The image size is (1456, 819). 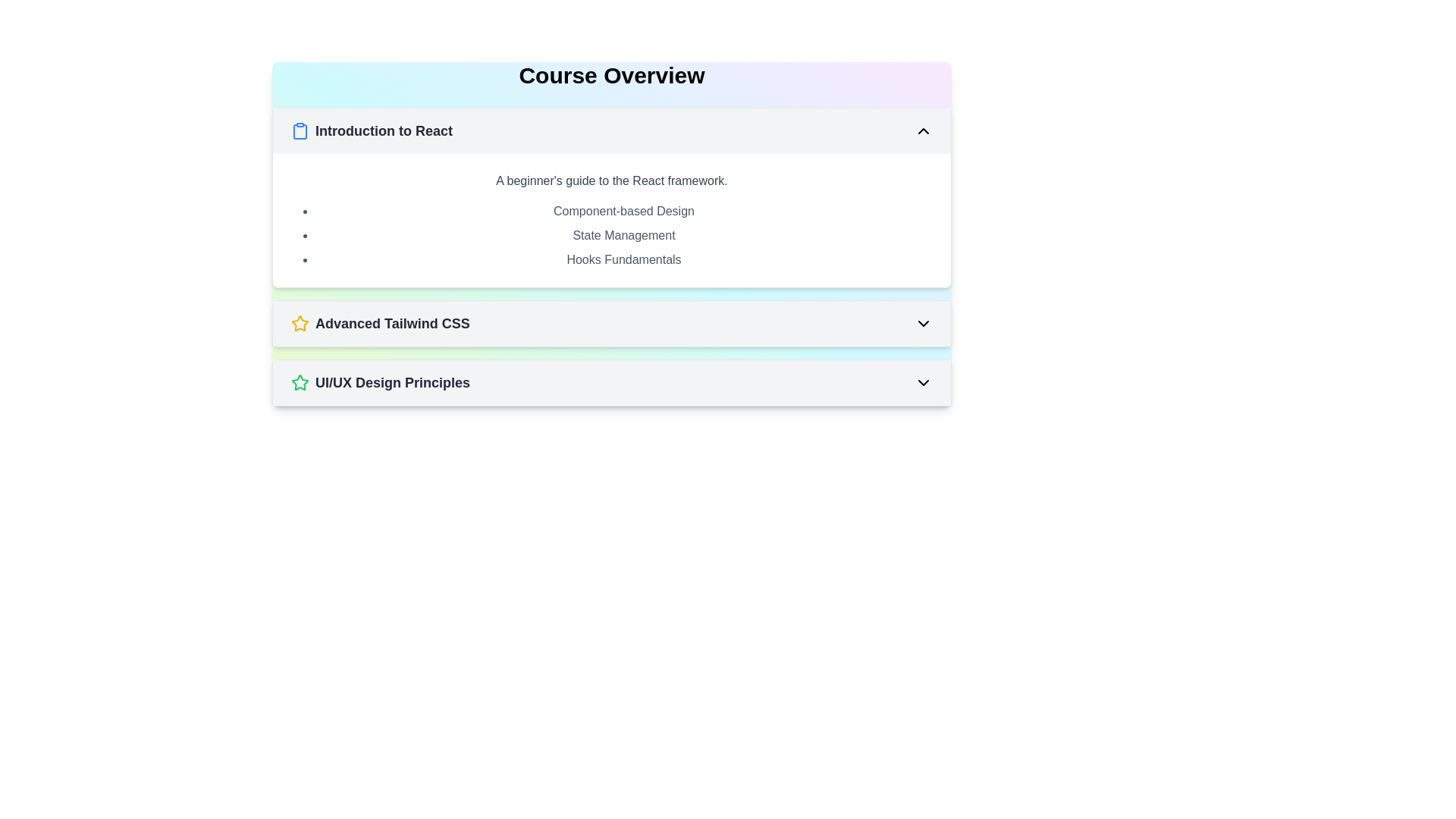 I want to click on the static text element that provides an introductory description for the React framework, located below the 'Introduction to React' title, so click(x=611, y=180).